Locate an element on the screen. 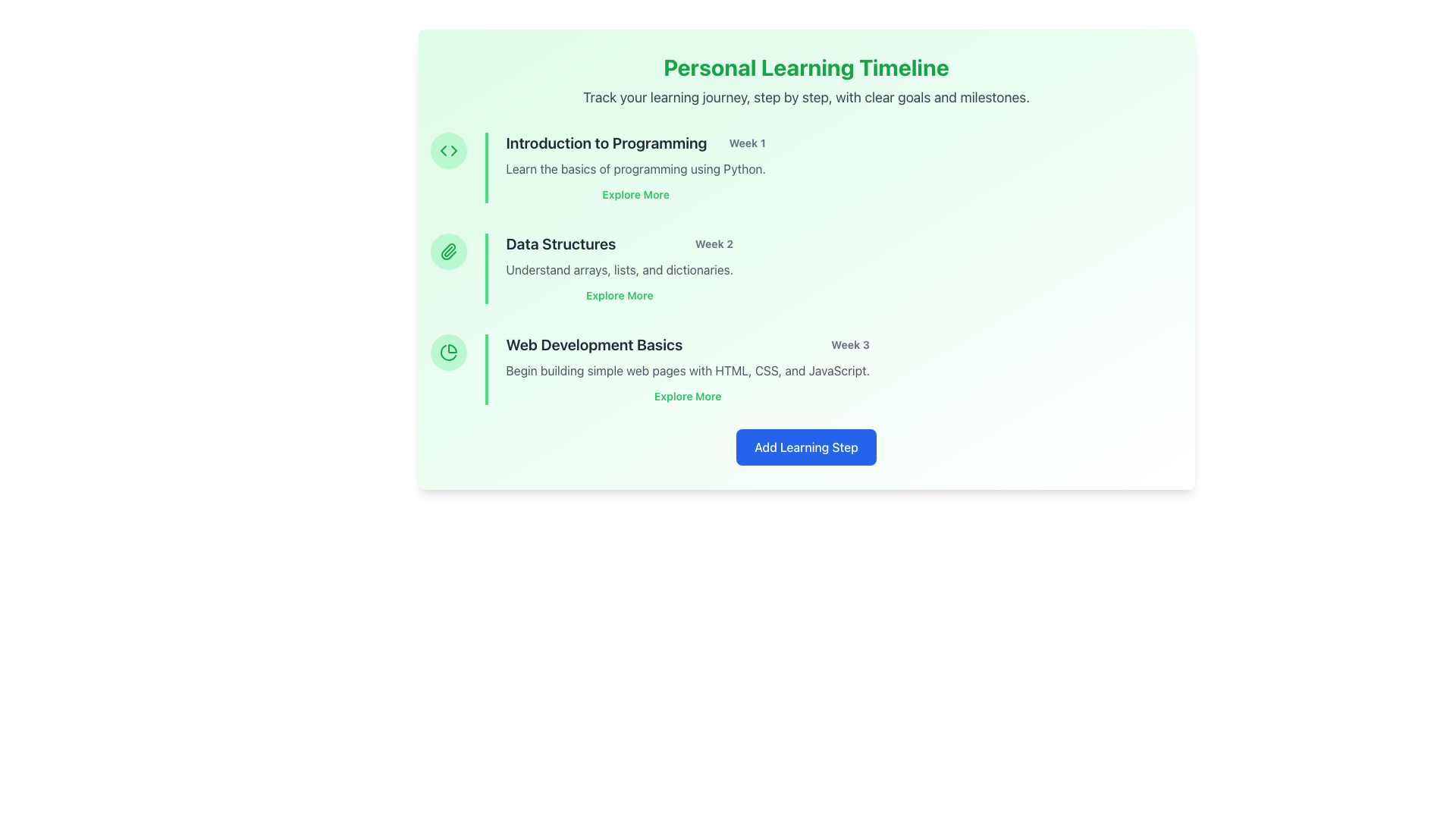  the Text label that serves as a title or heading in the 'Personal Learning Timeline' section, located directly under 'Data Structures' is located at coordinates (593, 345).